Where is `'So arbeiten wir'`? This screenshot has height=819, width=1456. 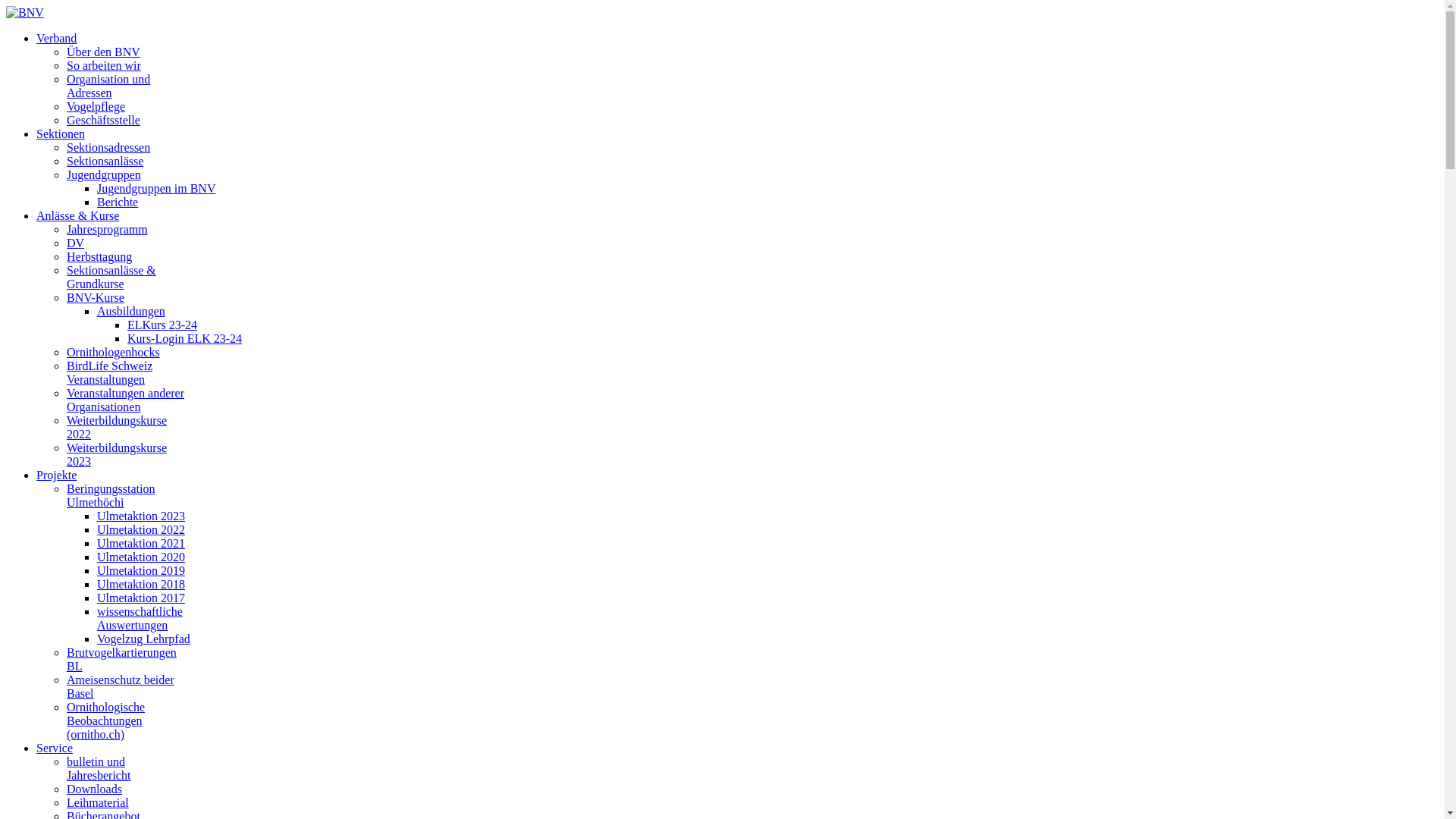 'So arbeiten wir' is located at coordinates (103, 64).